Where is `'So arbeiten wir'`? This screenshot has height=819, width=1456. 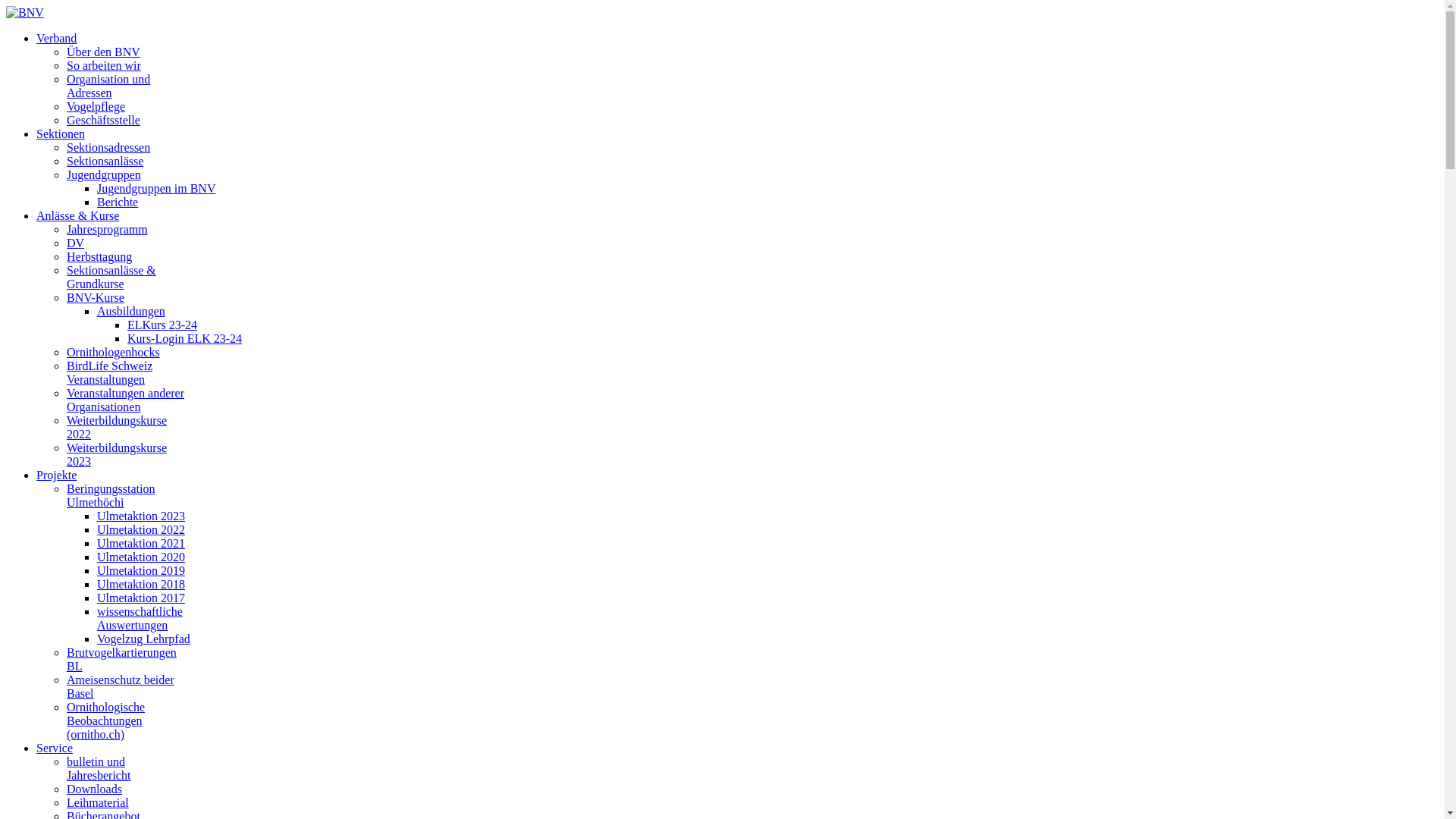 'So arbeiten wir' is located at coordinates (103, 64).